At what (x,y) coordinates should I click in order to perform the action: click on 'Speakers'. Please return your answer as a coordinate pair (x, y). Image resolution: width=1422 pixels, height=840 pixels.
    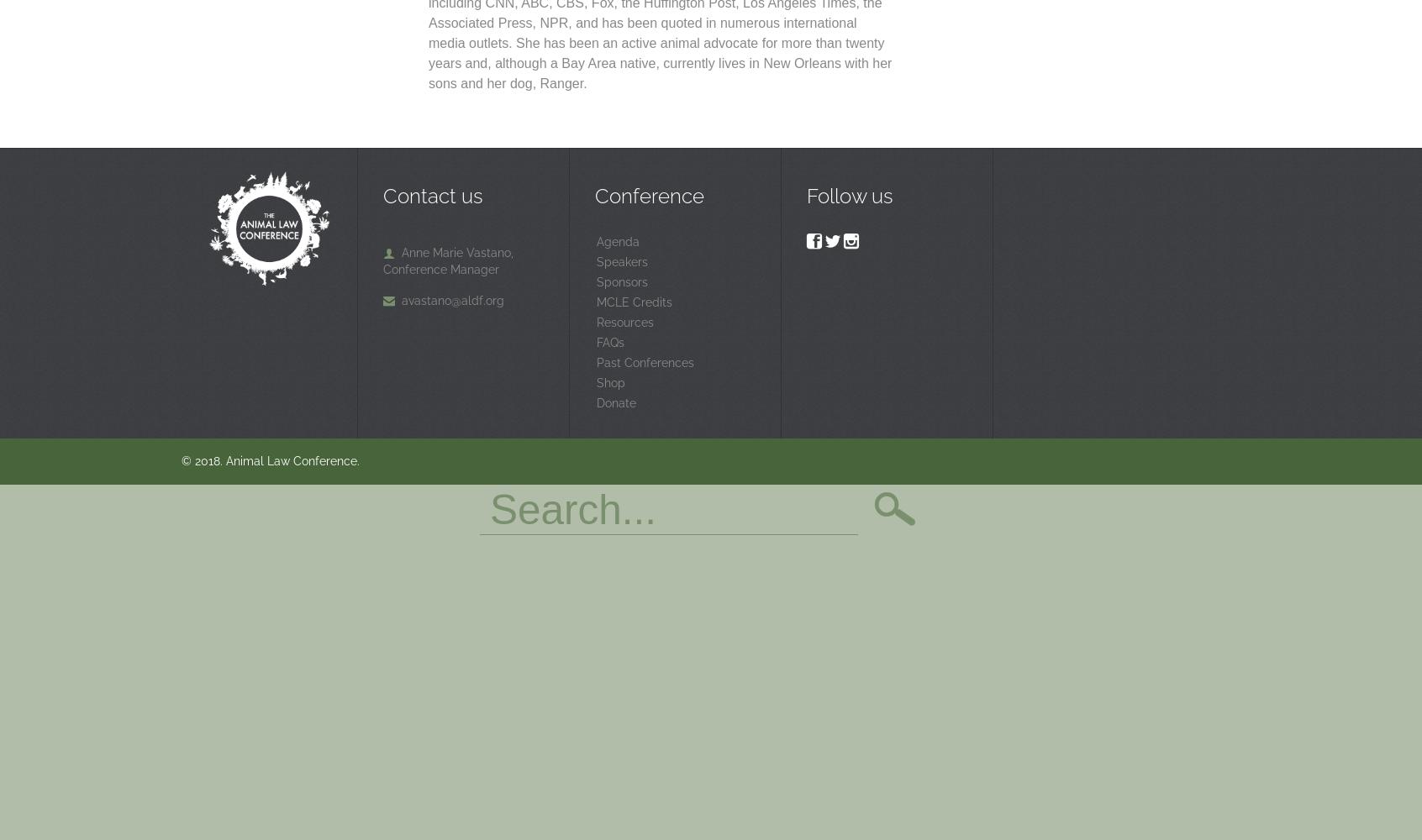
    Looking at the image, I should click on (621, 261).